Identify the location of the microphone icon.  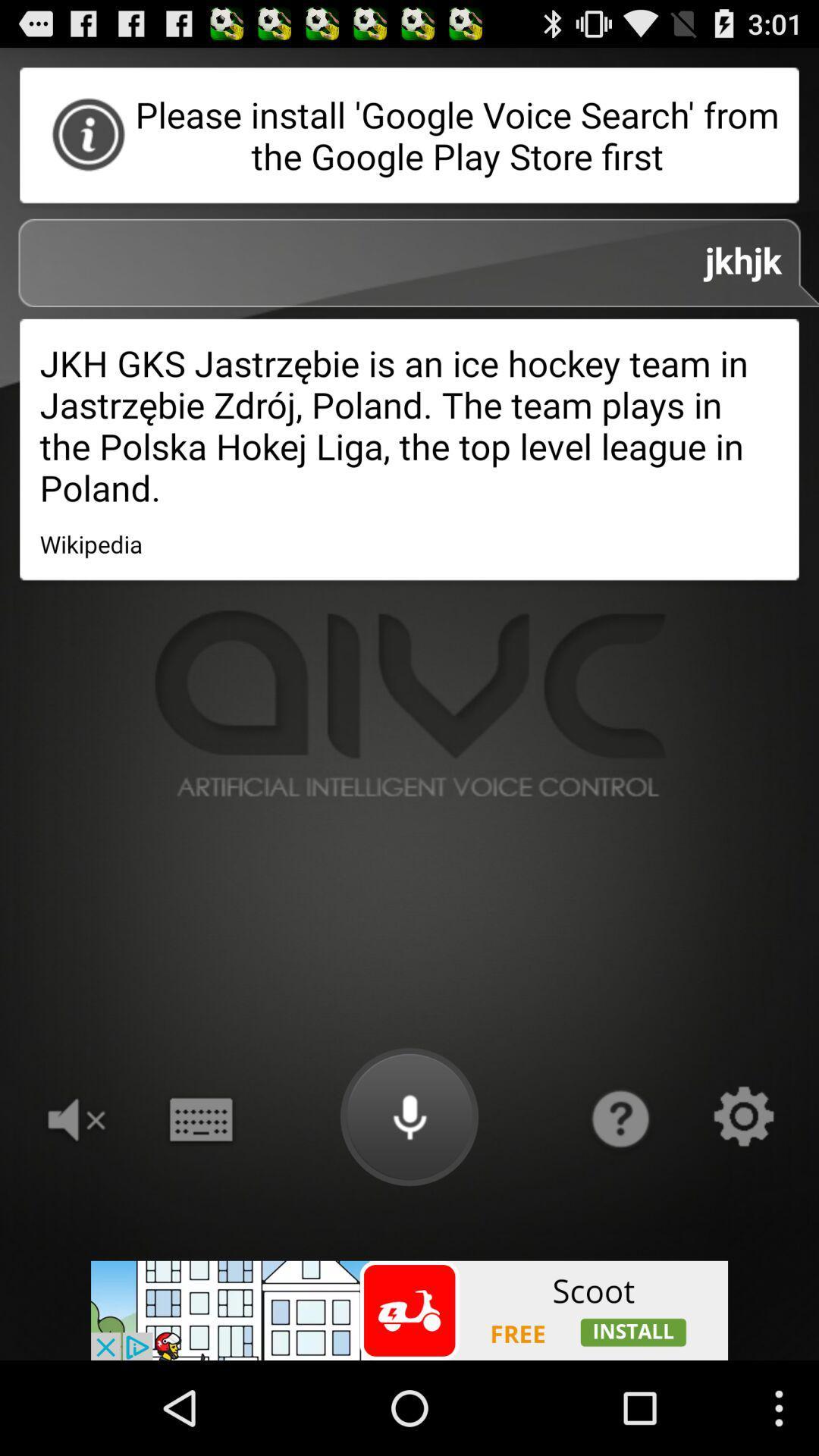
(409, 1194).